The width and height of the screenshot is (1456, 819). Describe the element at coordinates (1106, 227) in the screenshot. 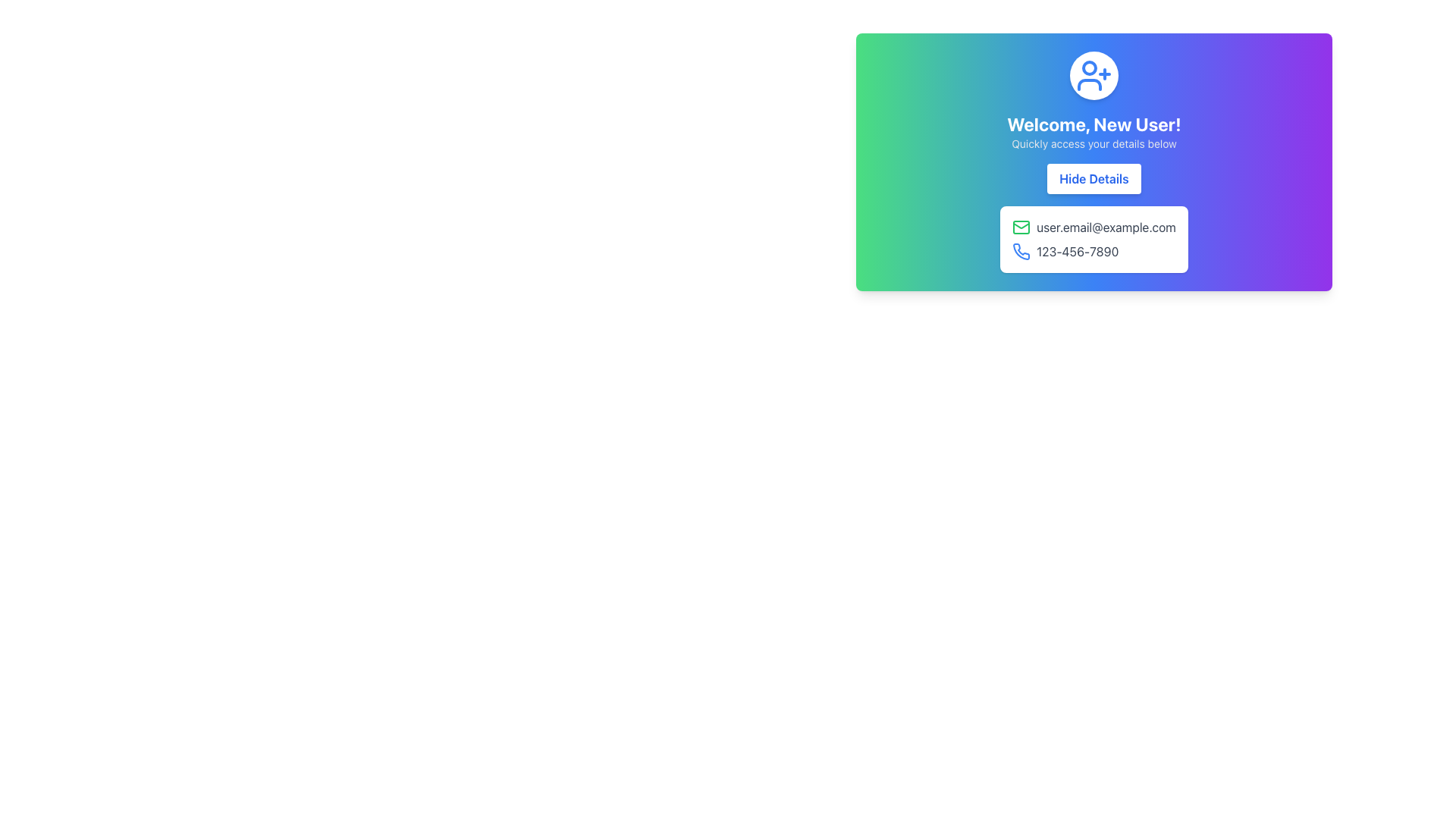

I see `the email address text label located to the right of the green email icon within the white rounded rectangle card` at that location.